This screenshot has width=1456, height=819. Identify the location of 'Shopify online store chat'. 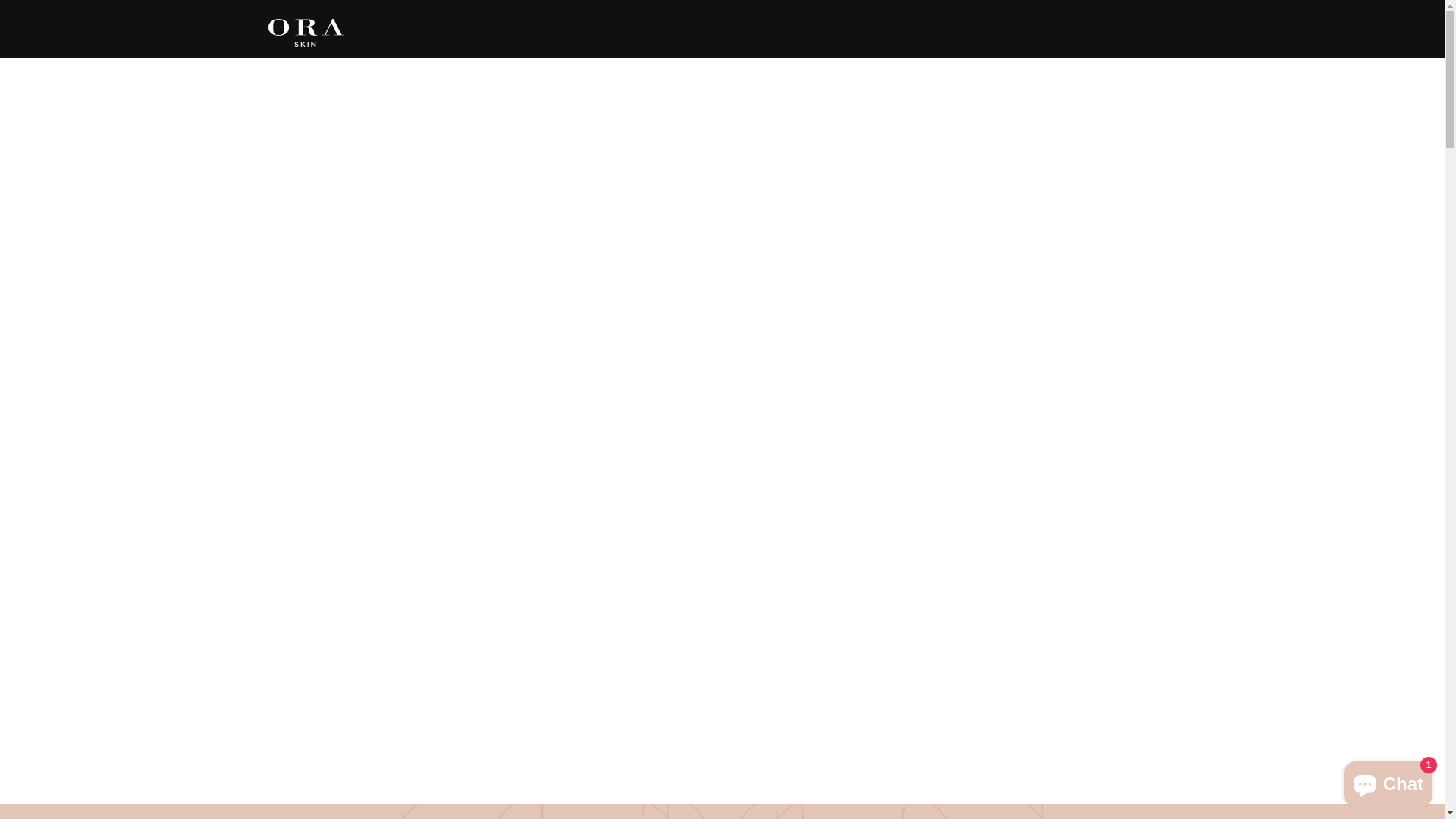
(1388, 780).